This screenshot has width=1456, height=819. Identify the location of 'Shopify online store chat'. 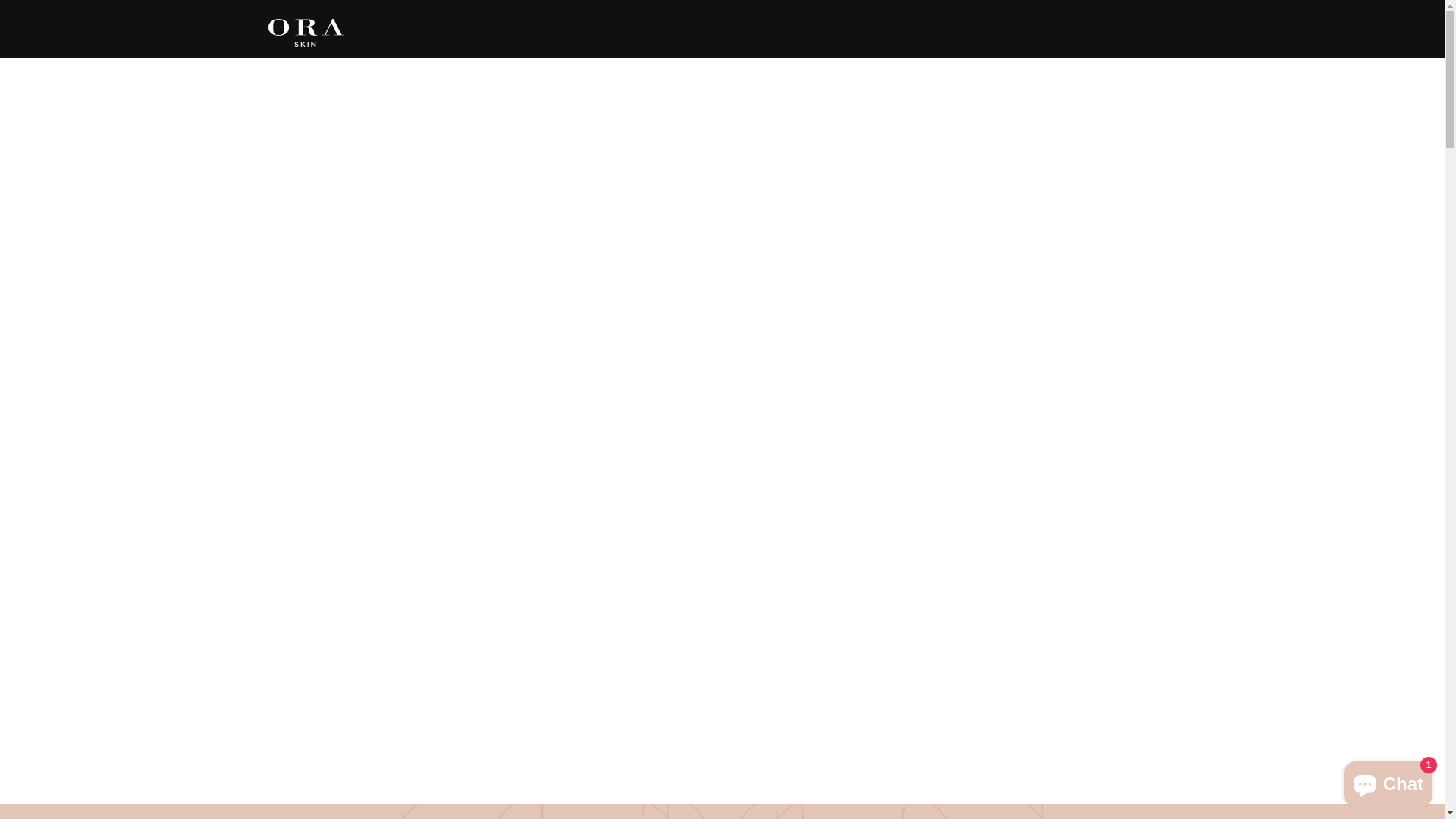
(1388, 780).